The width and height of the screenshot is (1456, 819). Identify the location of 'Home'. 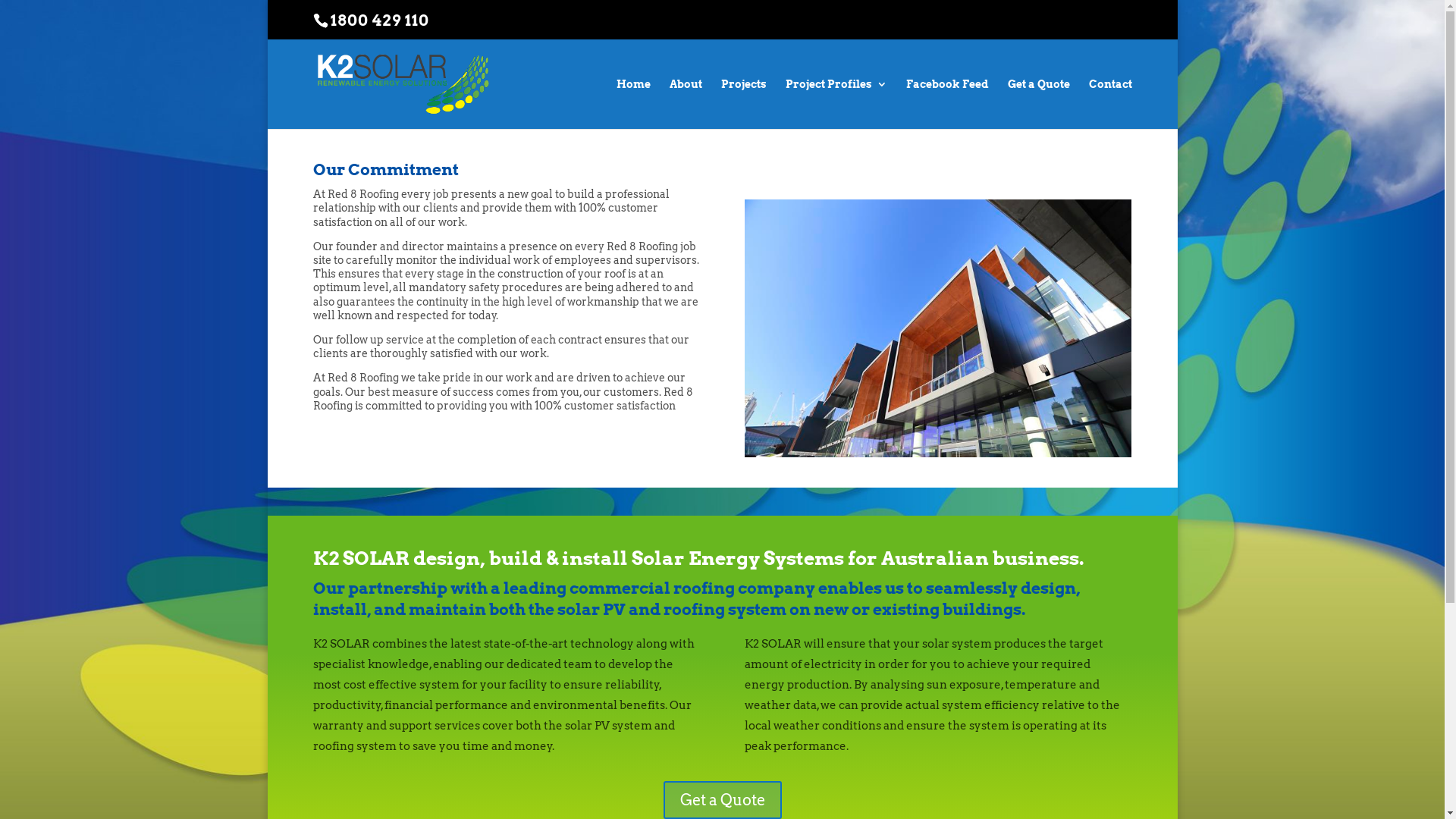
(632, 103).